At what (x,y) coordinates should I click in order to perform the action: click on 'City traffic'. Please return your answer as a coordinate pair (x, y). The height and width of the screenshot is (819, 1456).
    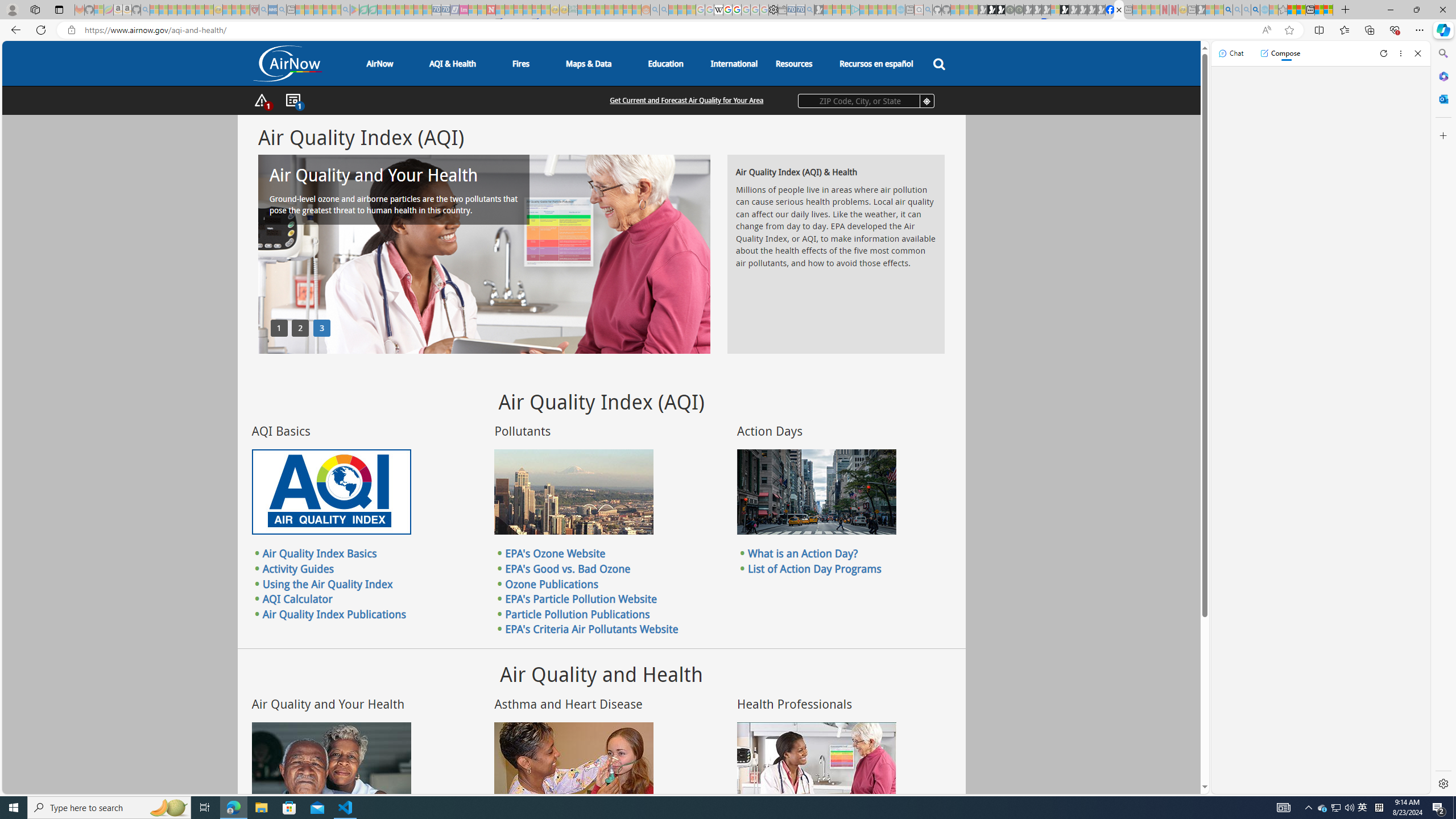
    Looking at the image, I should click on (816, 492).